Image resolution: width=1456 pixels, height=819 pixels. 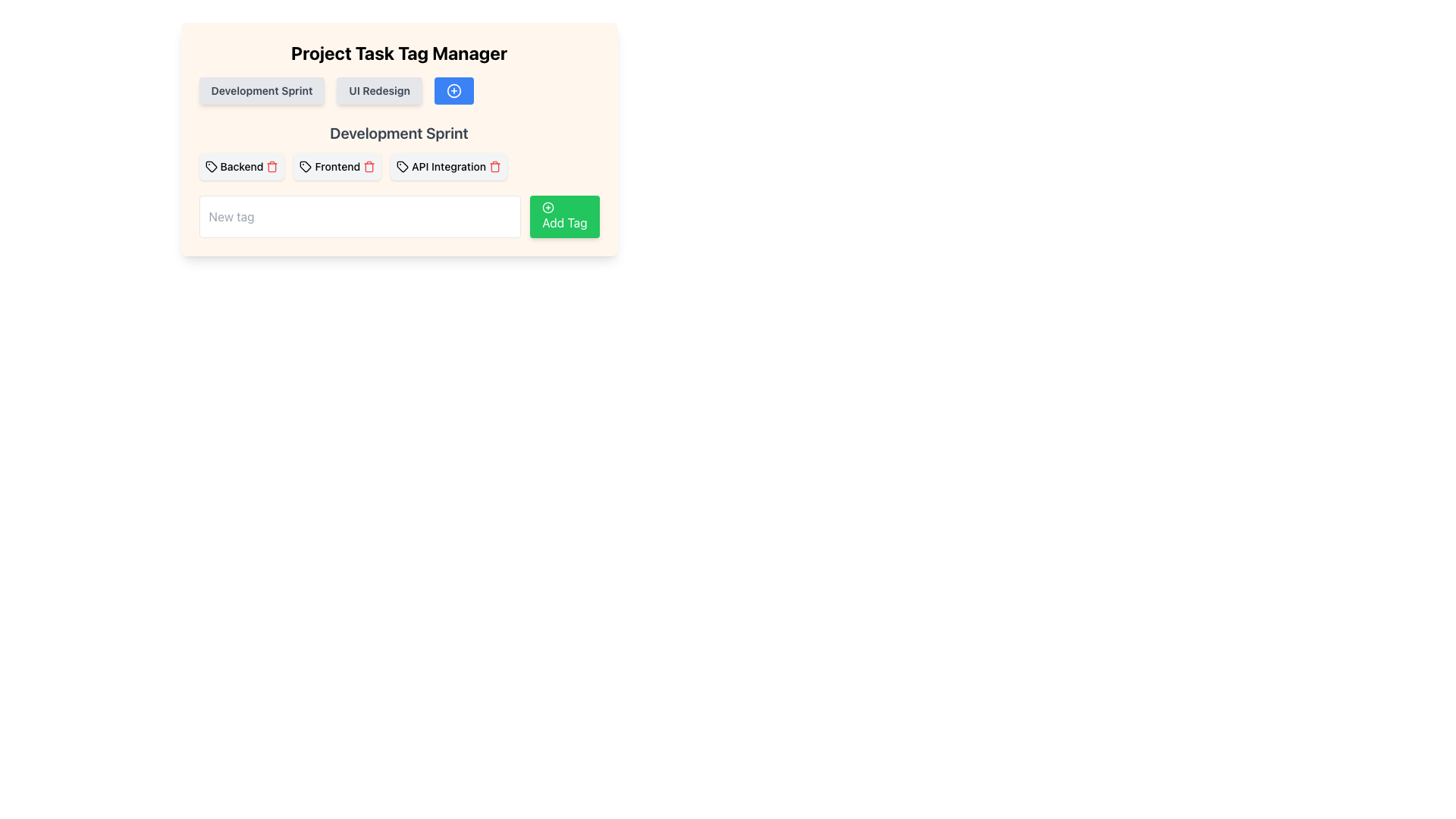 I want to click on the 'API Integration' text label, which is the third text item in the row of tags under the 'Development Sprint' section, positioned between the 'Frontend' tag and a delete icon, so click(x=448, y=166).